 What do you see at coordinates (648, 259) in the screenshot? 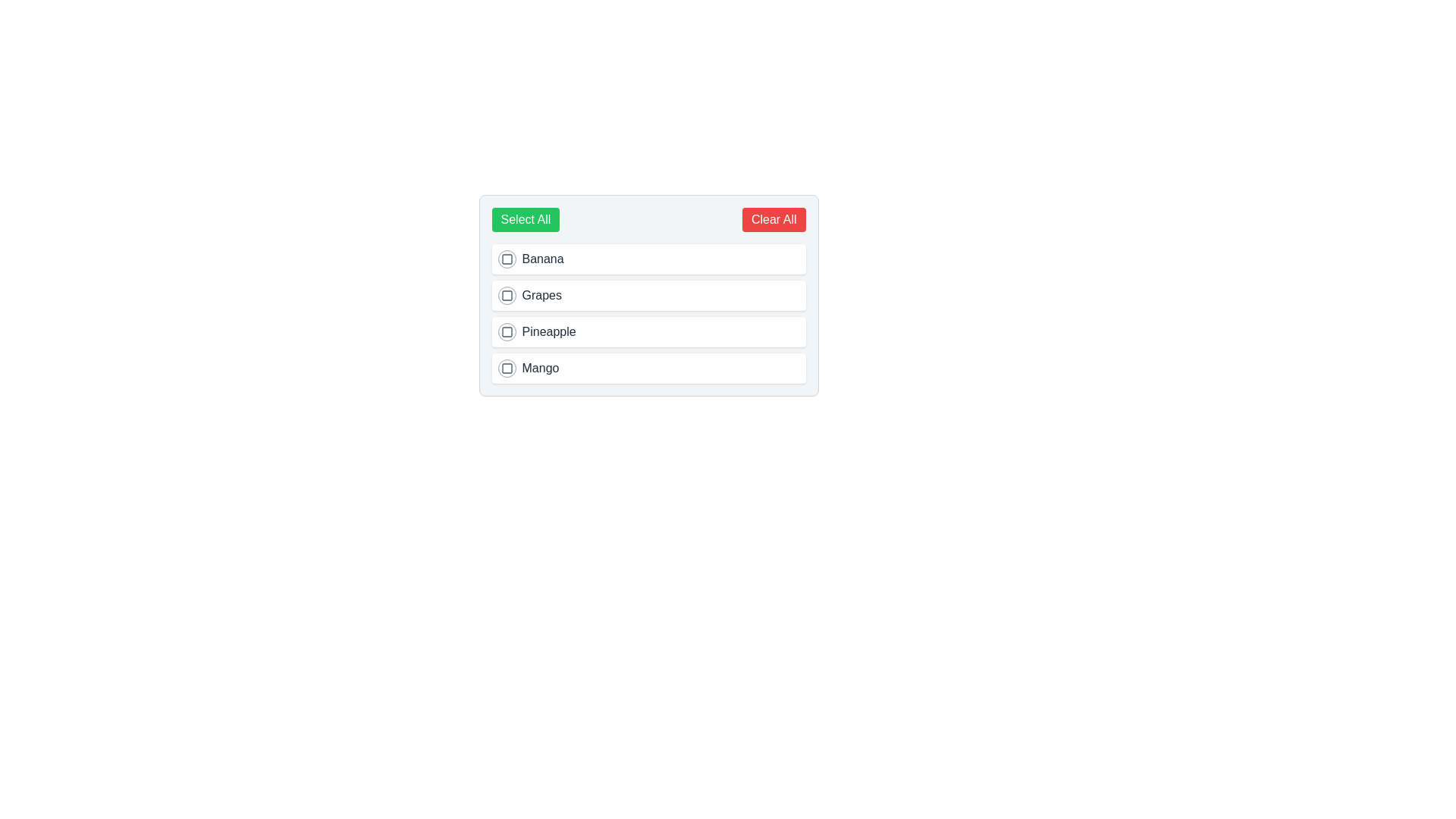
I see `the checkbox of the selectable list item labeled 'Banana'` at bounding box center [648, 259].